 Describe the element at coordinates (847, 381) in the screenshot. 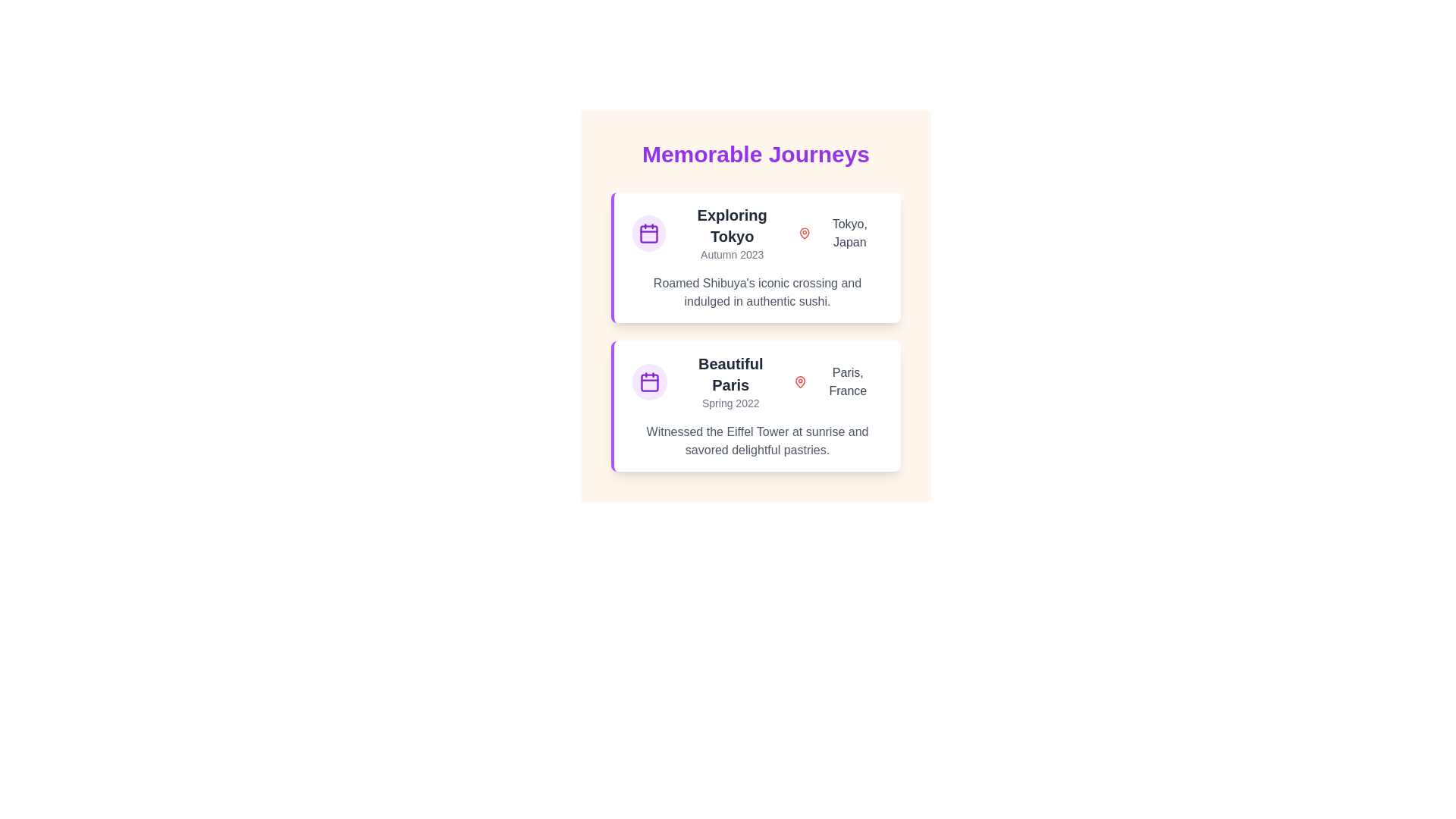

I see `text content of the label displaying 'Paris, France,' which is located in the second card of the 'Memorable Journeys' list, aligned to the right of the card next to the pin icon` at that location.